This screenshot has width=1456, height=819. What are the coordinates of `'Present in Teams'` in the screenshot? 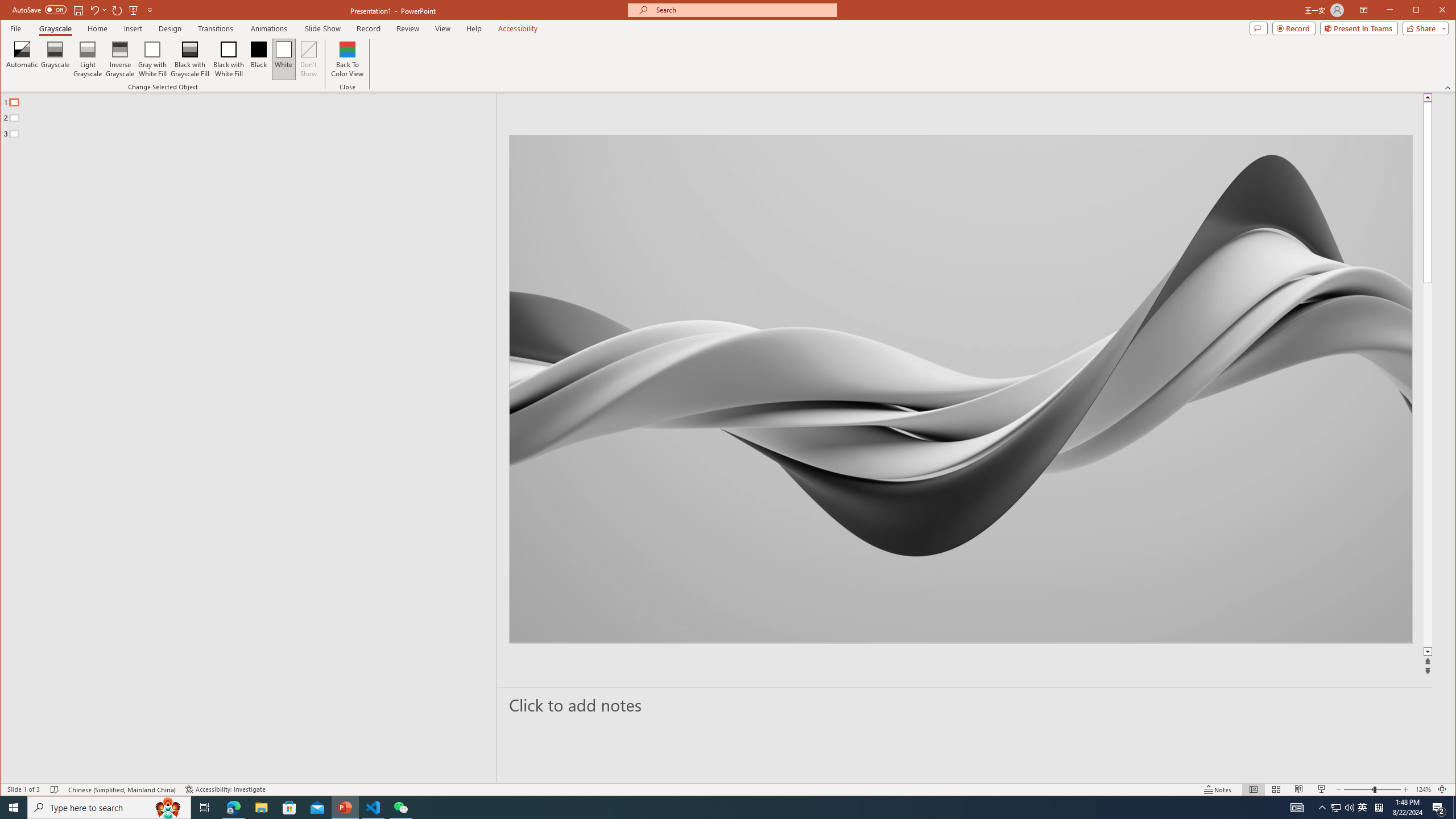 It's located at (1358, 28).